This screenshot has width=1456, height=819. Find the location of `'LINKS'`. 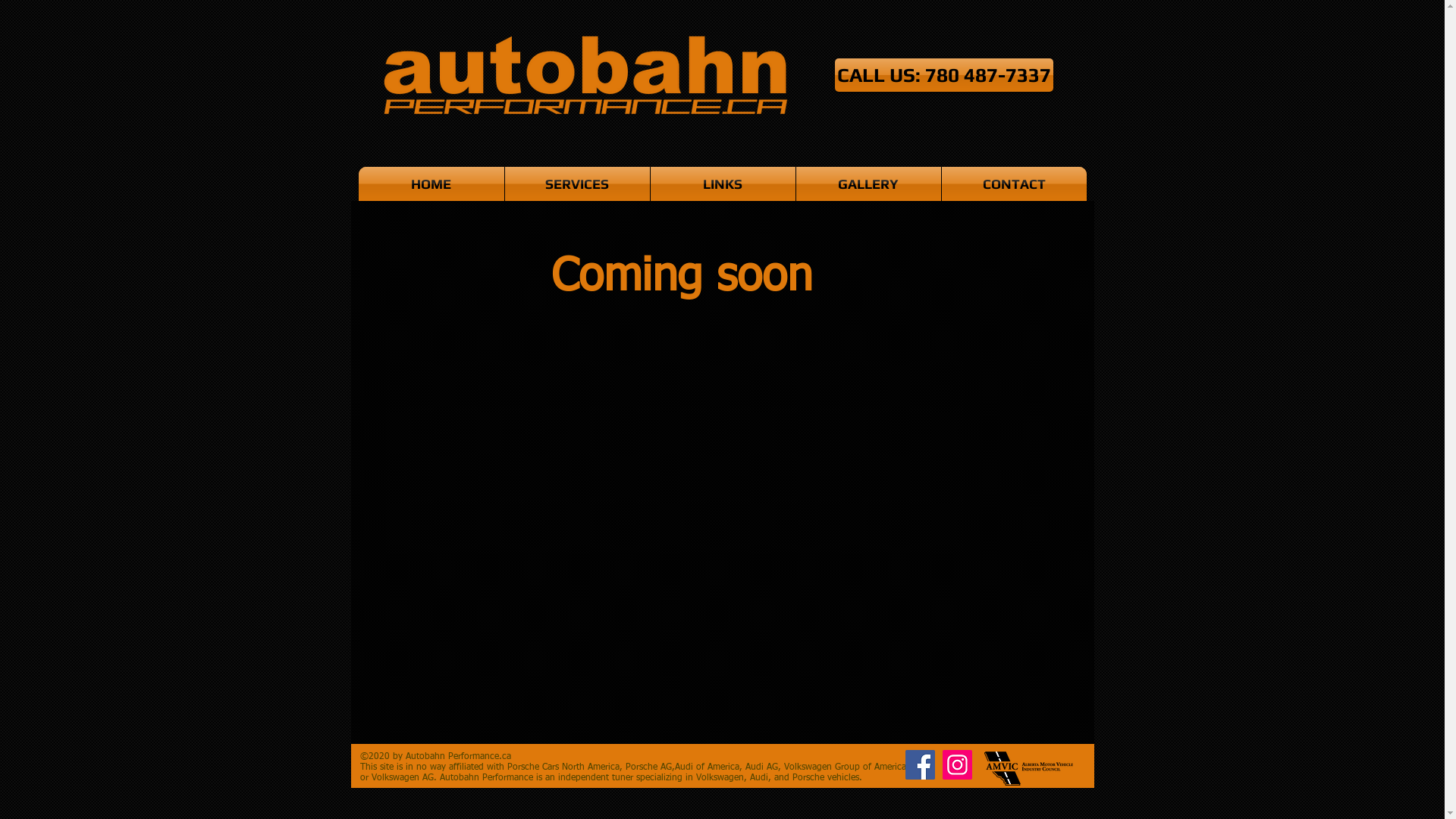

'LINKS' is located at coordinates (722, 183).